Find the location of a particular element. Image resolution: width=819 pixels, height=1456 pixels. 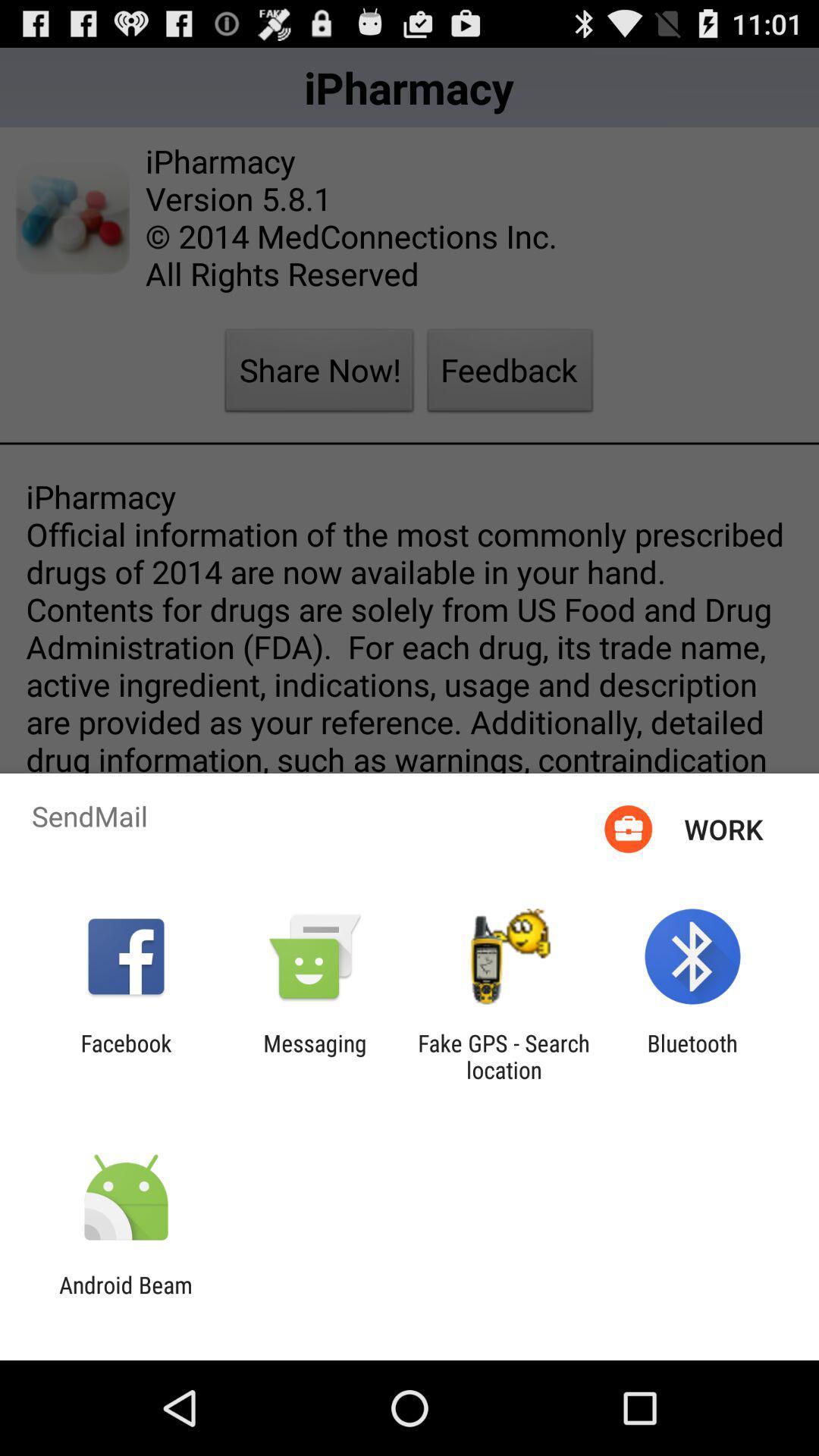

the icon to the left of the fake gps search app is located at coordinates (314, 1056).